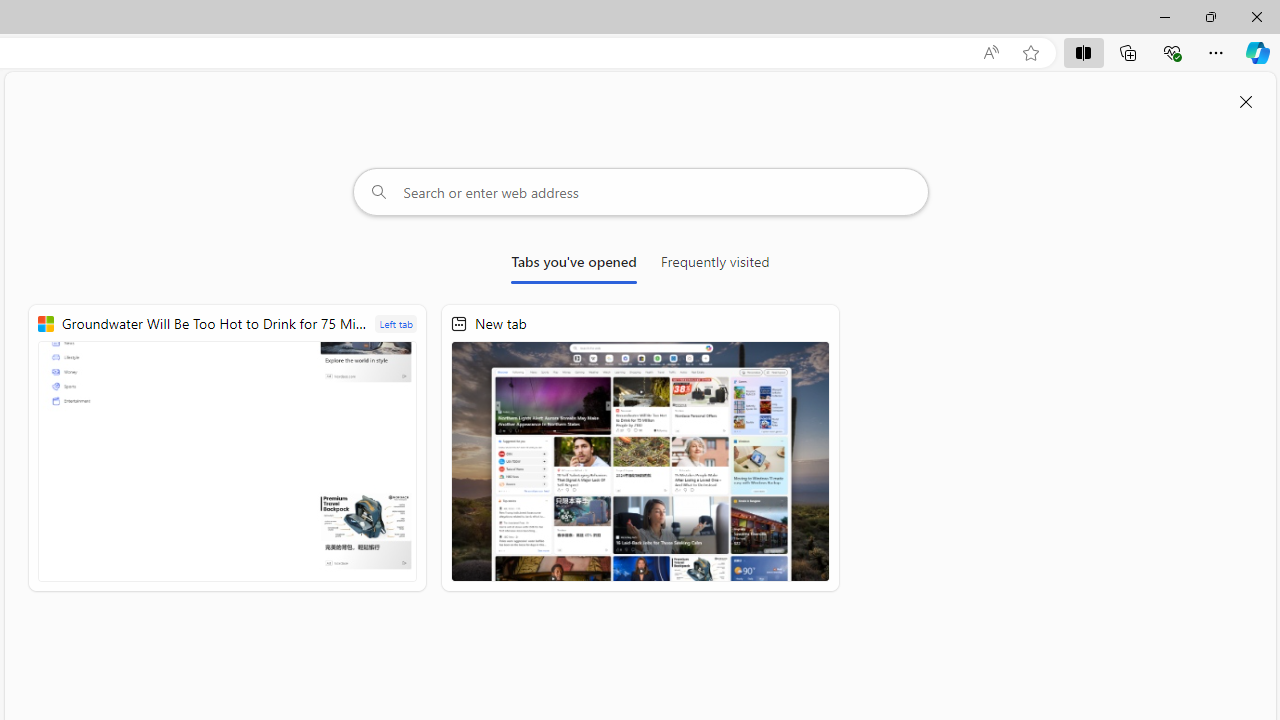  I want to click on 'New tab', so click(640, 447).